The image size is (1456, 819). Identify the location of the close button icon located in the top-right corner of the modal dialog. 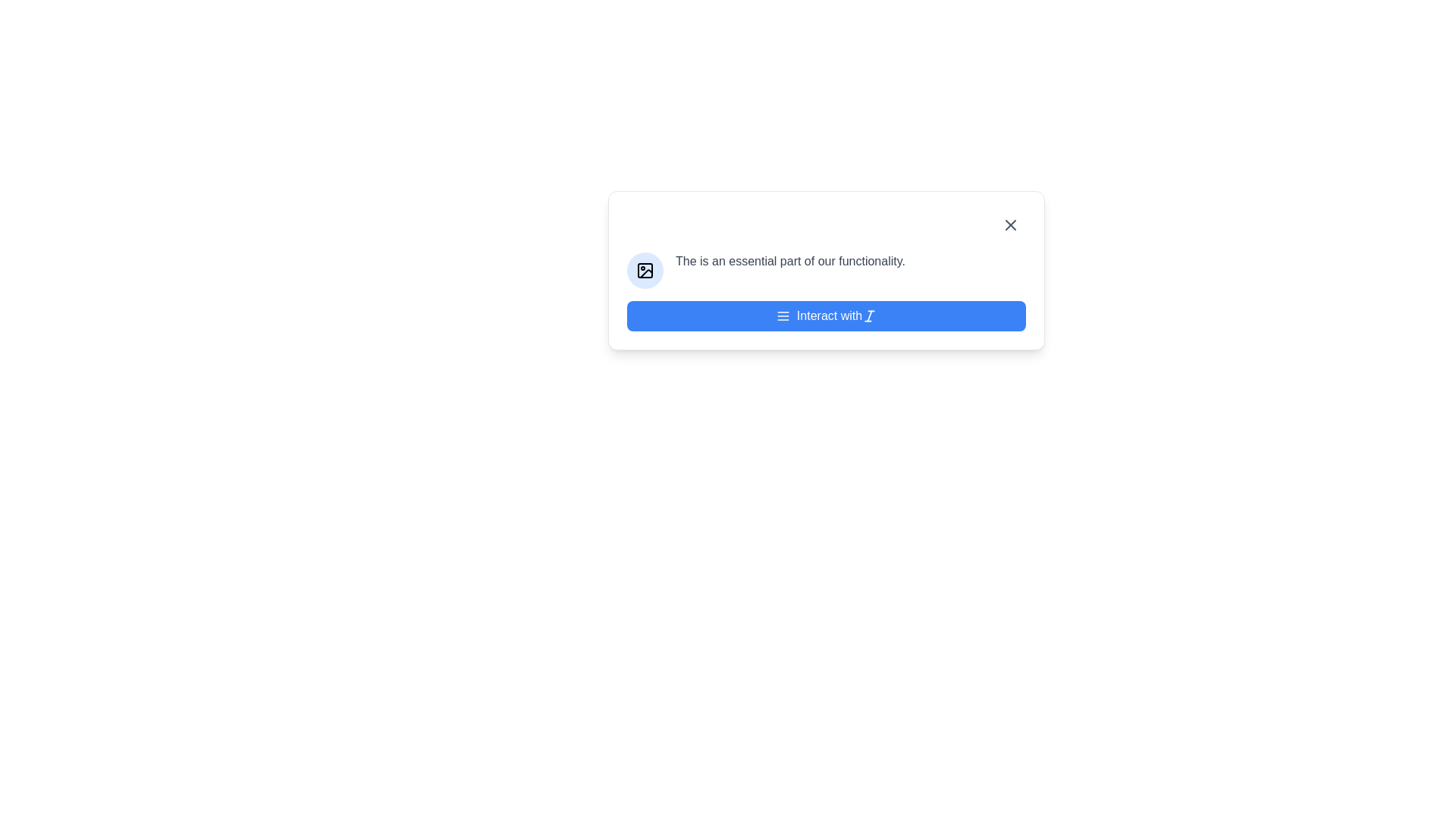
(1011, 225).